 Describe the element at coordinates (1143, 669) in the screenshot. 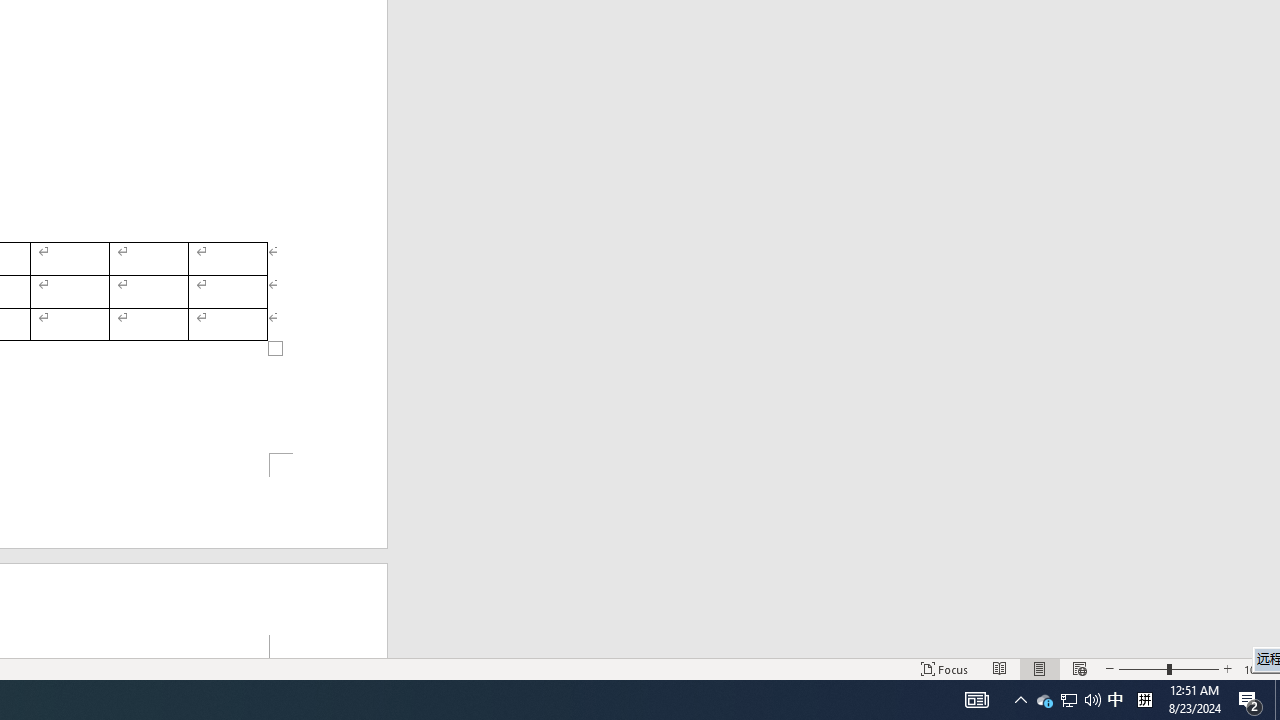

I see `'Zoom Out'` at that location.